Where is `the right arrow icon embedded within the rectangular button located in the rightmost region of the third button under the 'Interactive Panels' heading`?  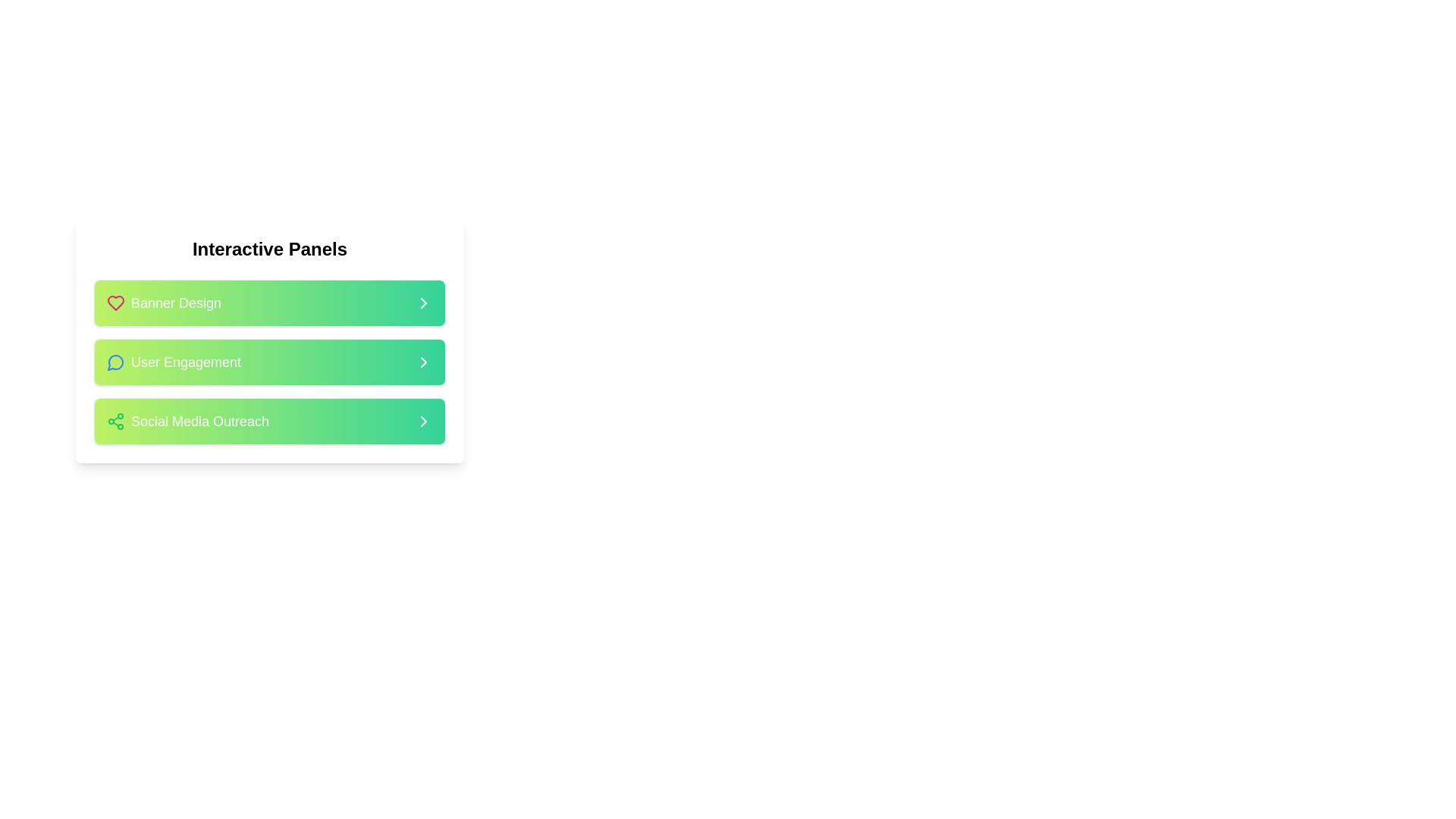 the right arrow icon embedded within the rectangular button located in the rightmost region of the third button under the 'Interactive Panels' heading is located at coordinates (423, 421).